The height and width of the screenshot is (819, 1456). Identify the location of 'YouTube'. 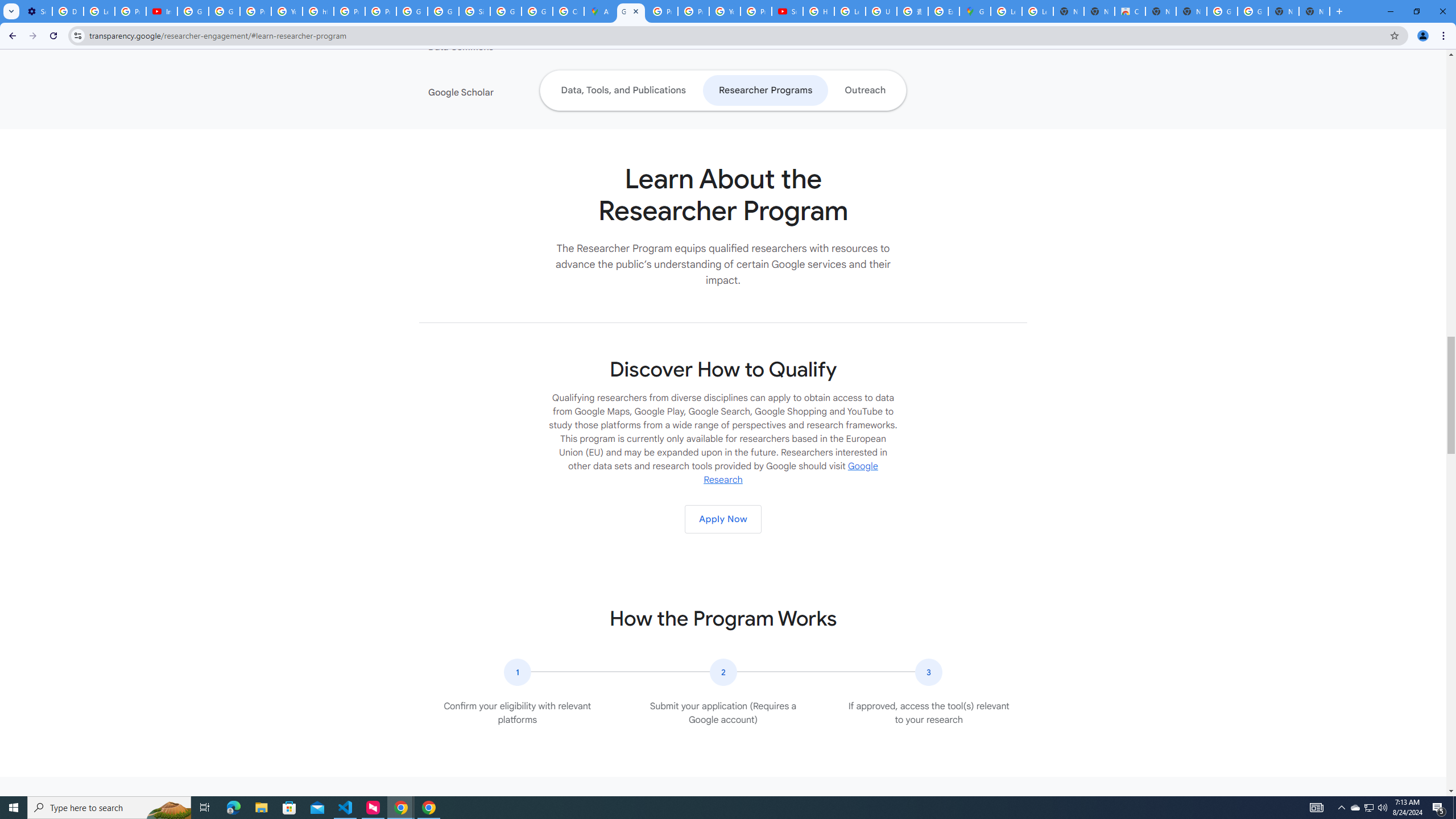
(724, 11).